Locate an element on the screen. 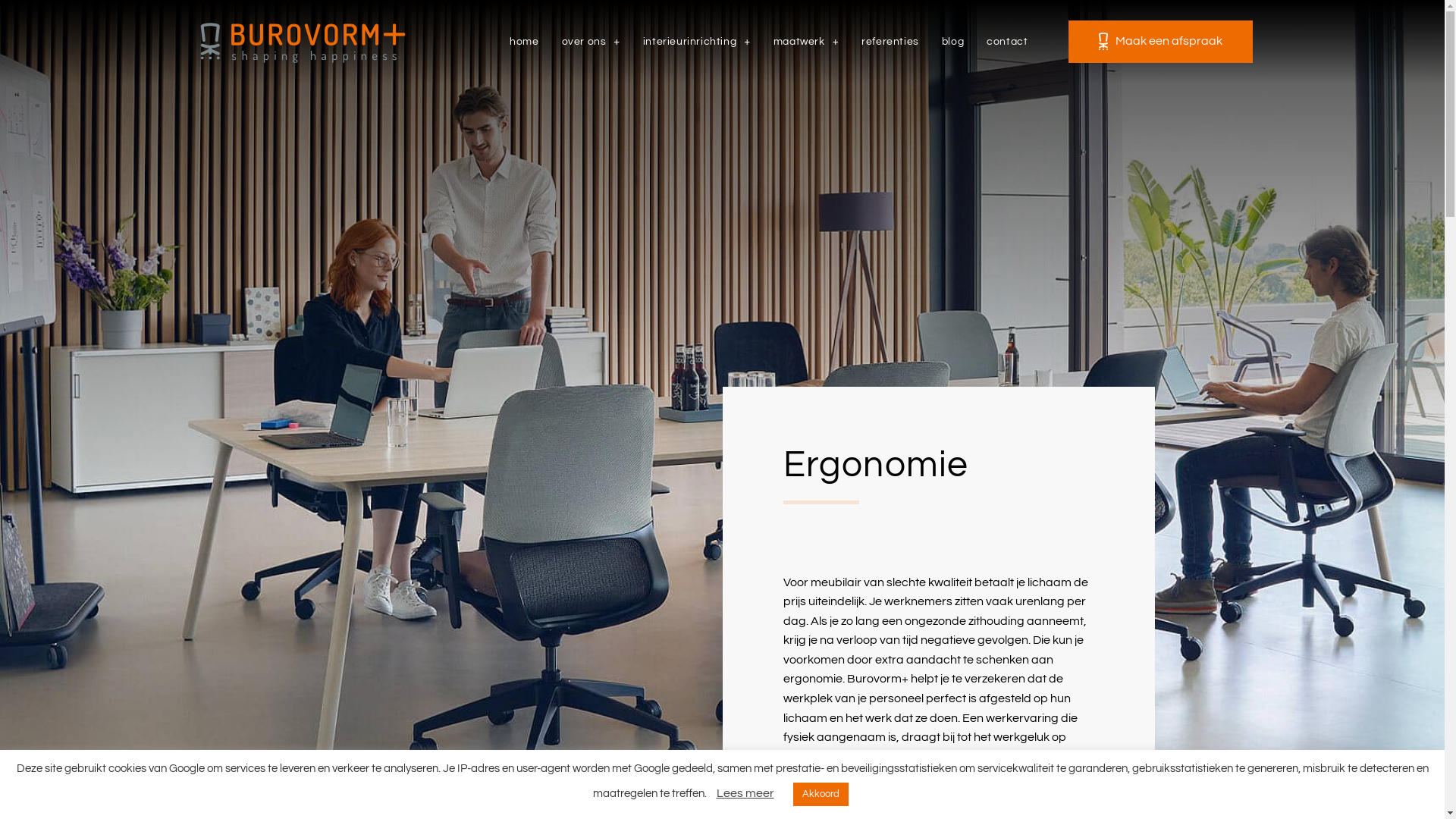  'blog' is located at coordinates (952, 40).